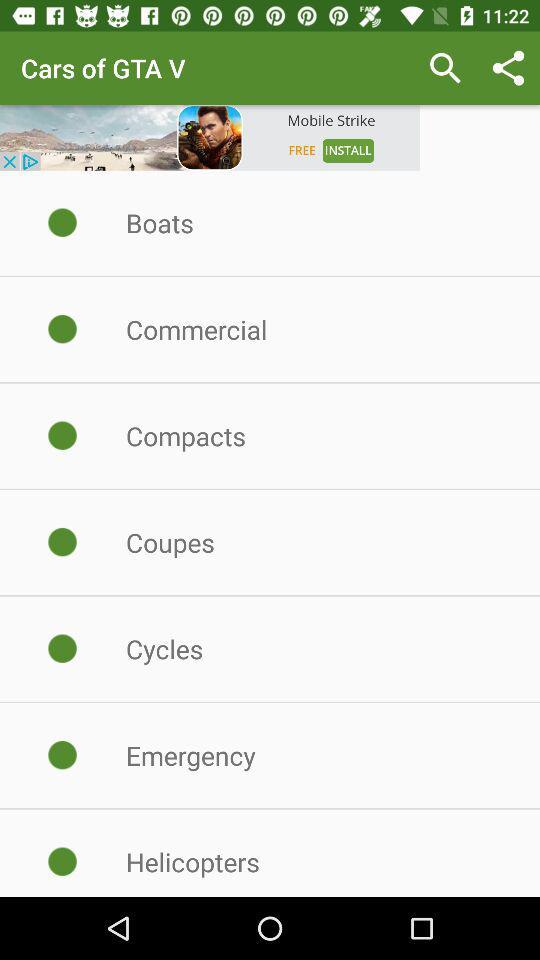 The width and height of the screenshot is (540, 960). What do you see at coordinates (63, 436) in the screenshot?
I see `compacts click the beside  radio button` at bounding box center [63, 436].